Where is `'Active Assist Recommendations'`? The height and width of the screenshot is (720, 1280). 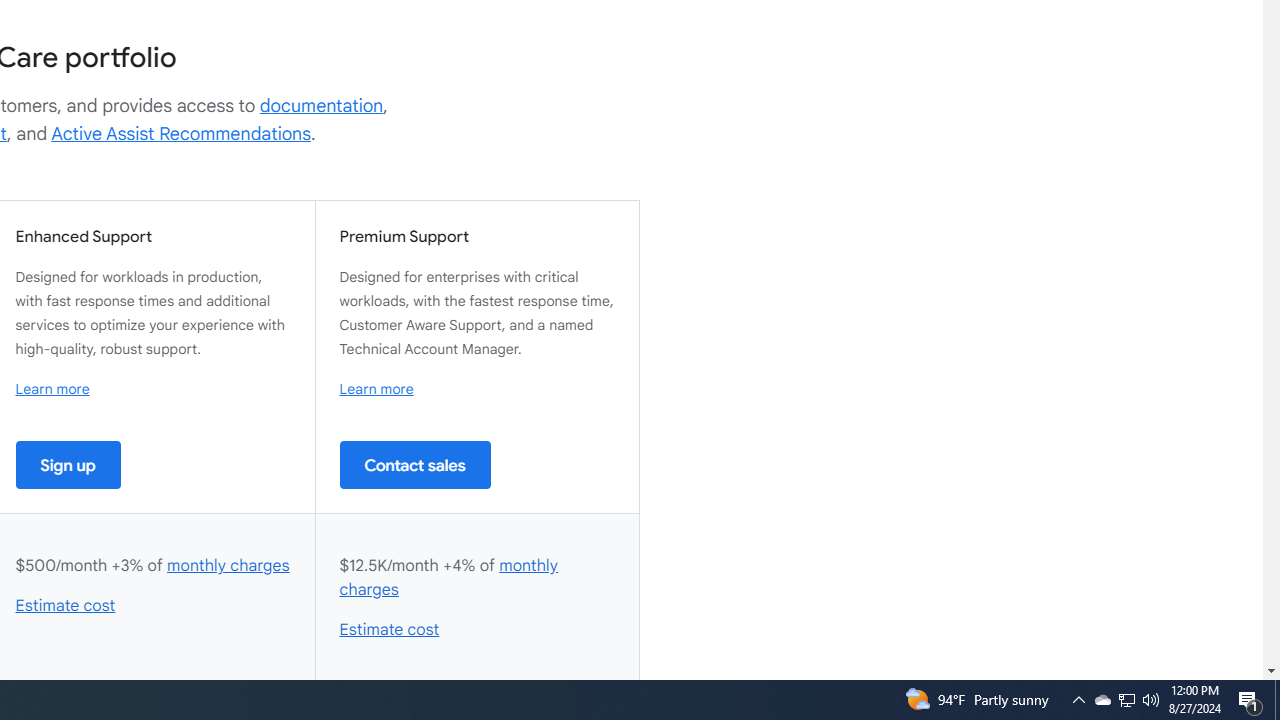
'Active Assist Recommendations' is located at coordinates (181, 133).